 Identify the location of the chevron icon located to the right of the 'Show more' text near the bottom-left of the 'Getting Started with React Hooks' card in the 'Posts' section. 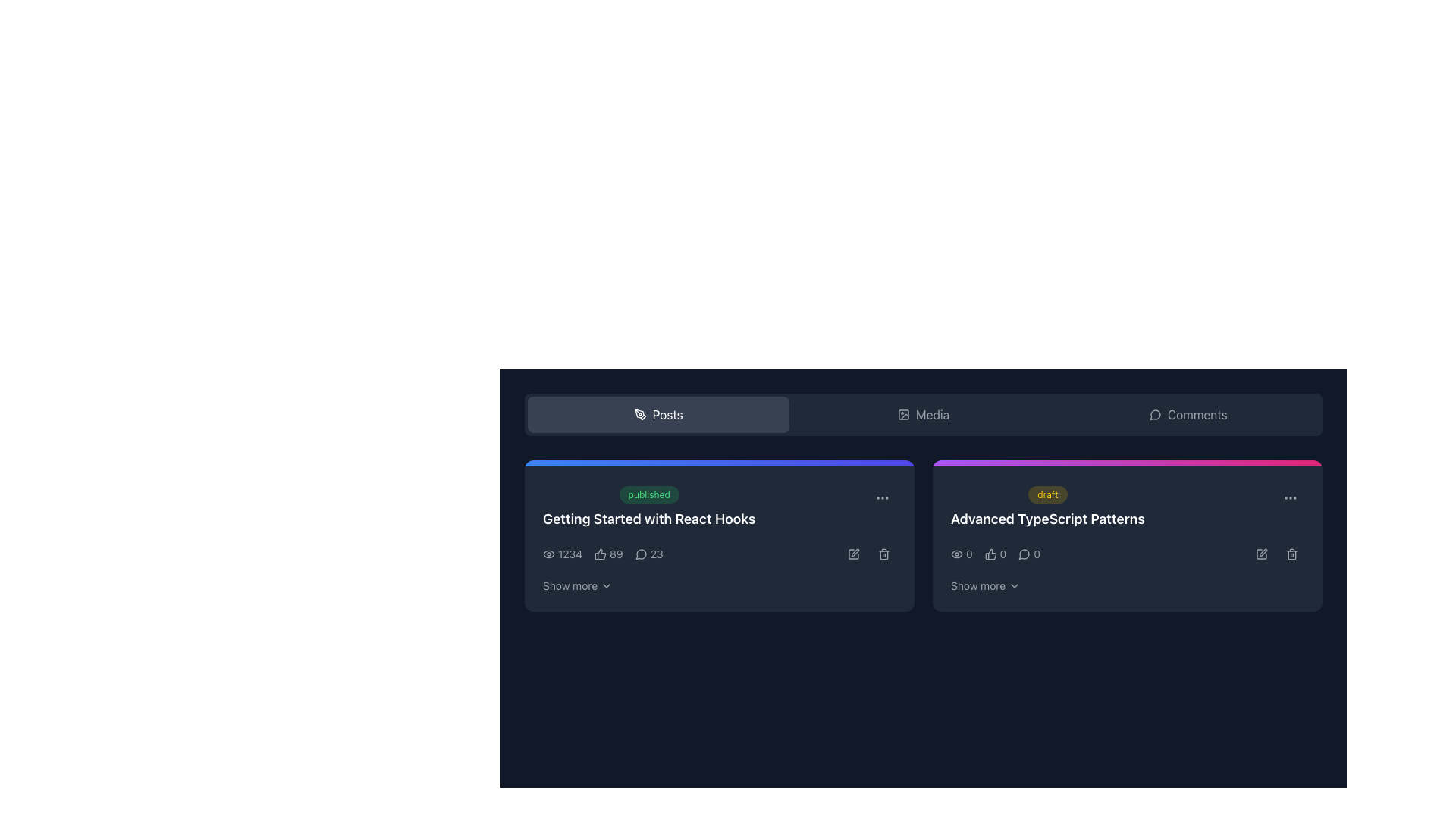
(607, 585).